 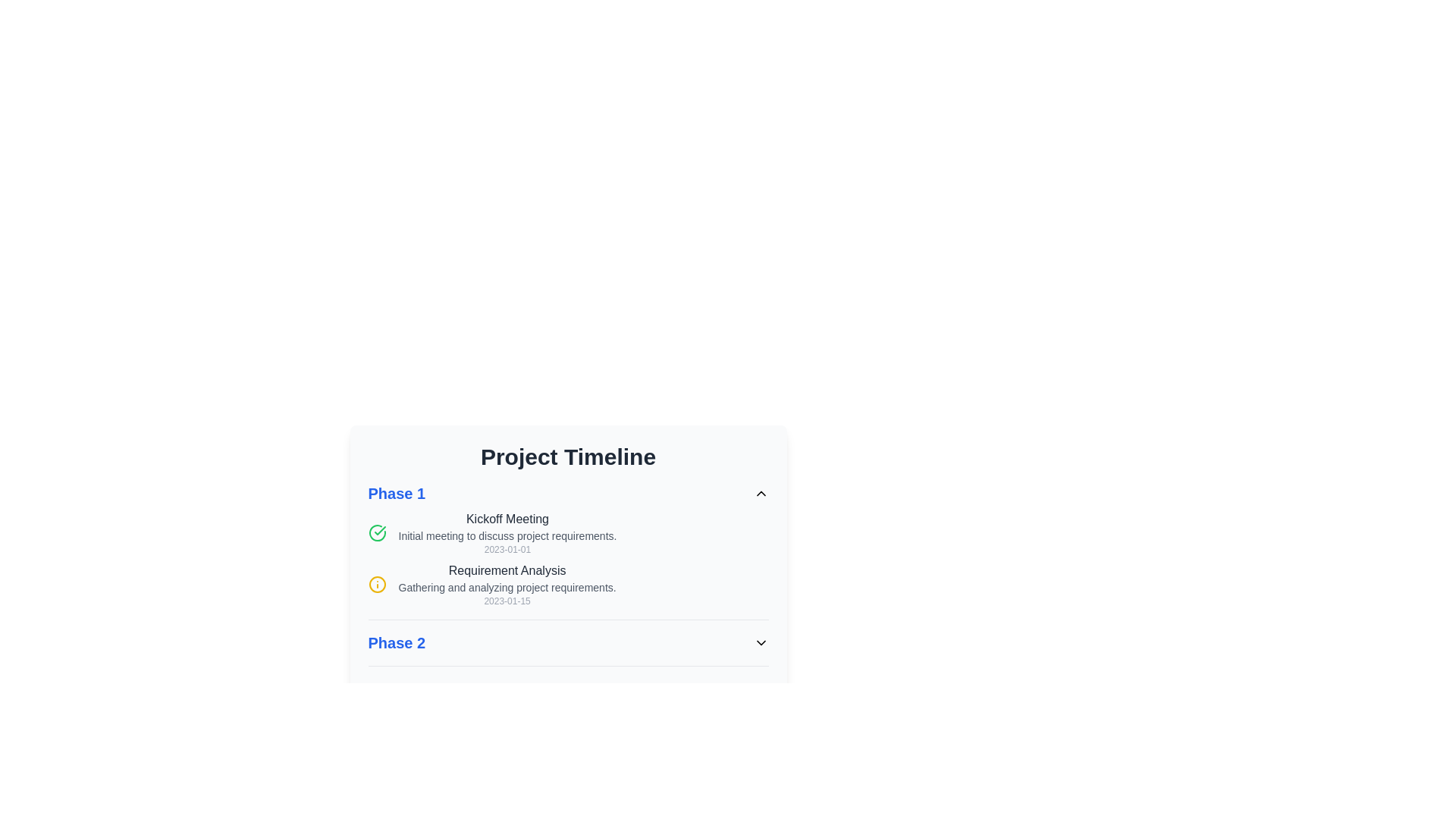 I want to click on the 'Phase 1' text label, which is a bold, vibrant blue header located at the top-left corner of the timeline content area, so click(x=397, y=494).